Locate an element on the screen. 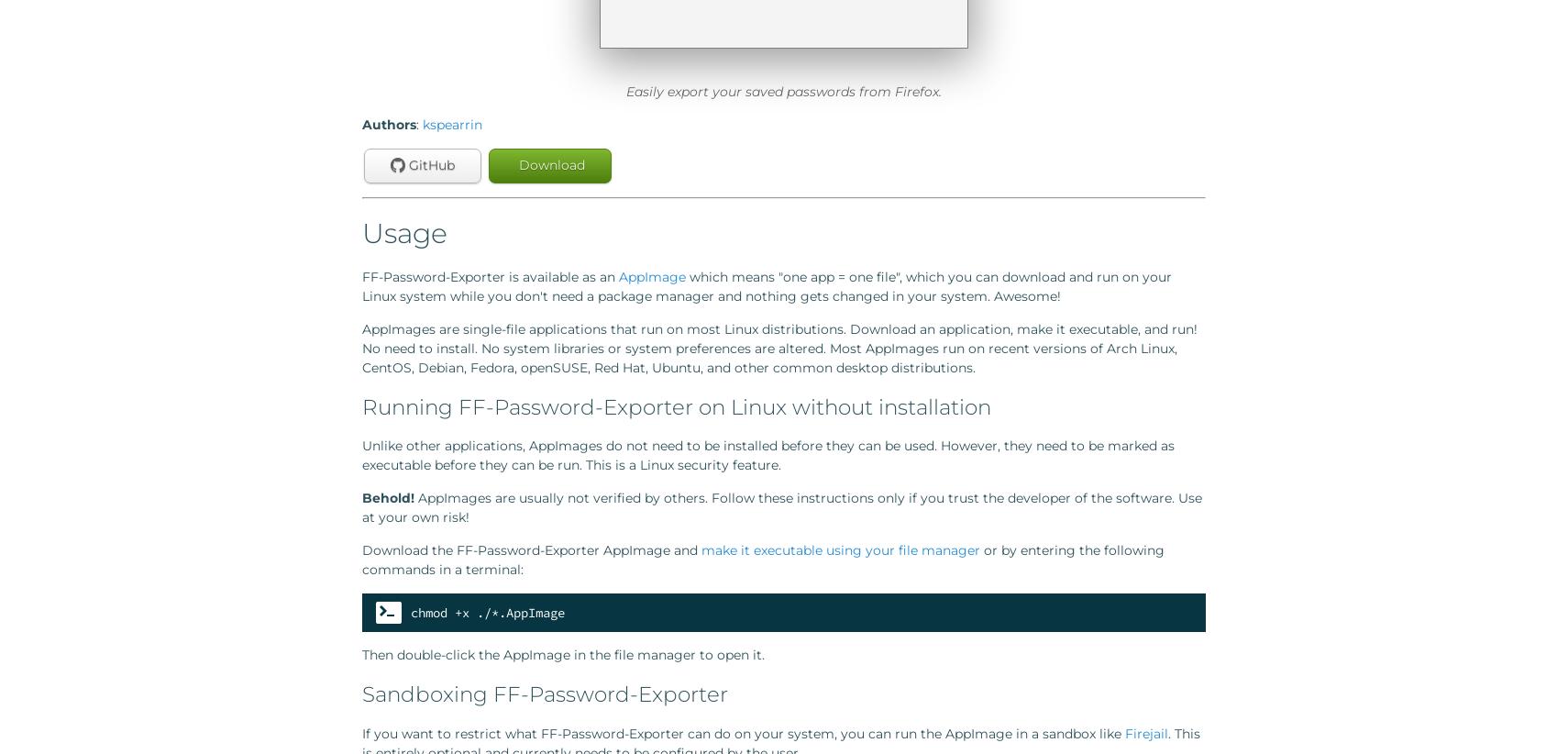 The width and height of the screenshot is (1568, 754). 'Unlike other applications, AppImages do not need to be installed before they can be used. However, they need to be marked as executable before they can be run. This is a Linux security feature.' is located at coordinates (361, 454).